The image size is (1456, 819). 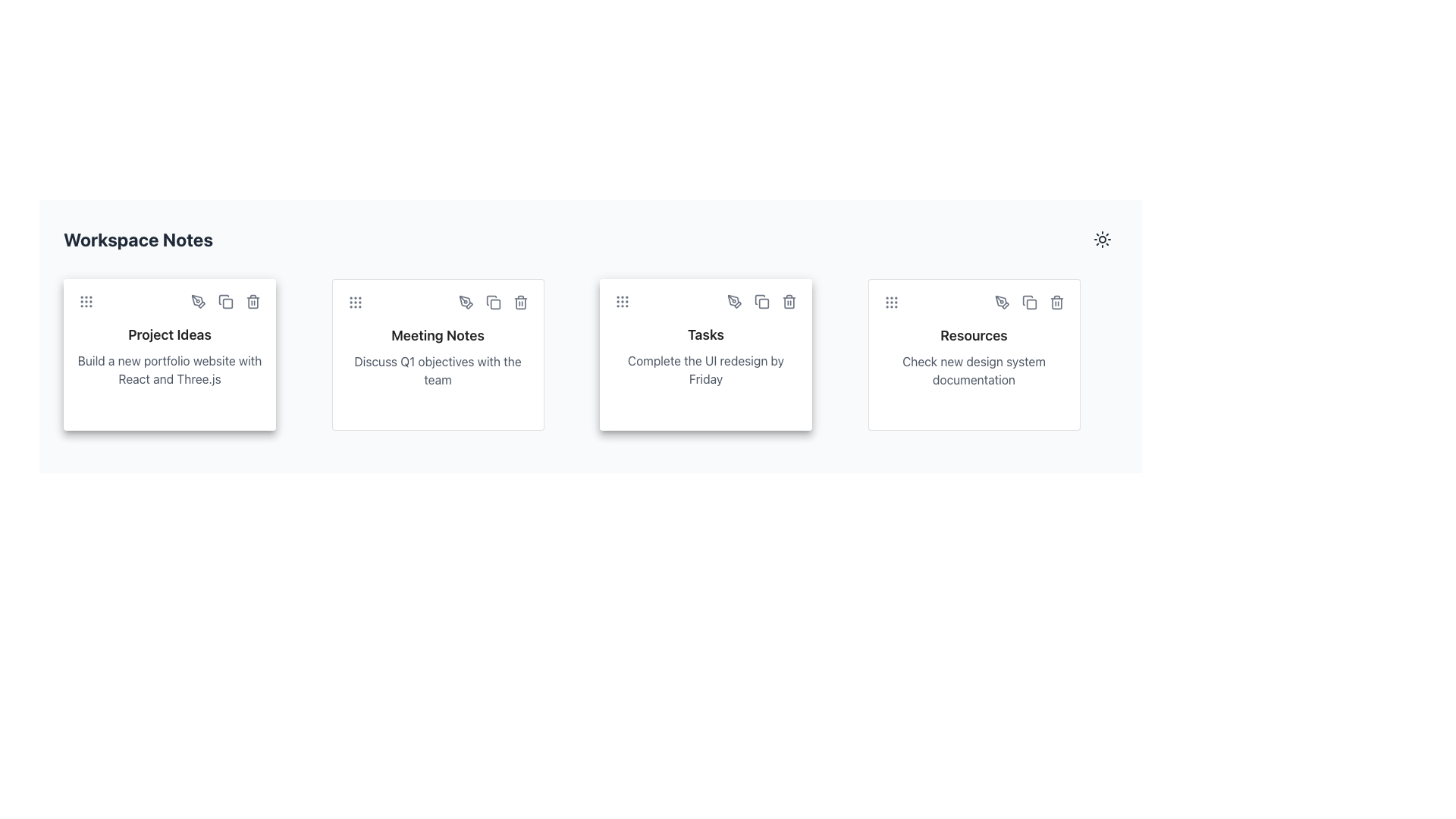 I want to click on the icon button featuring a pen and tool, which is the second icon in a group of three above the 'Tasks' card, so click(x=735, y=301).